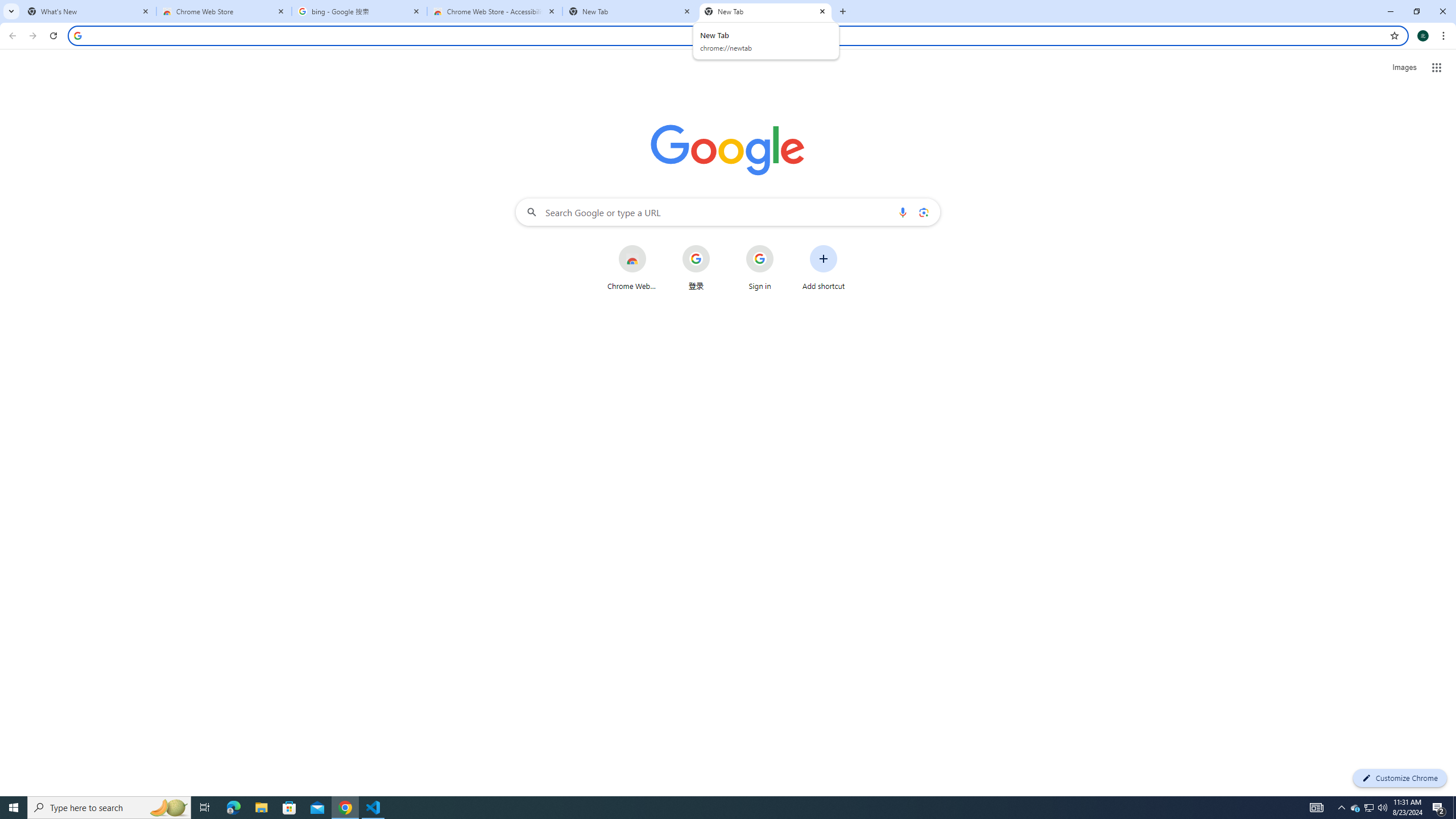 This screenshot has height=819, width=1456. What do you see at coordinates (1437, 67) in the screenshot?
I see `'Google apps'` at bounding box center [1437, 67].